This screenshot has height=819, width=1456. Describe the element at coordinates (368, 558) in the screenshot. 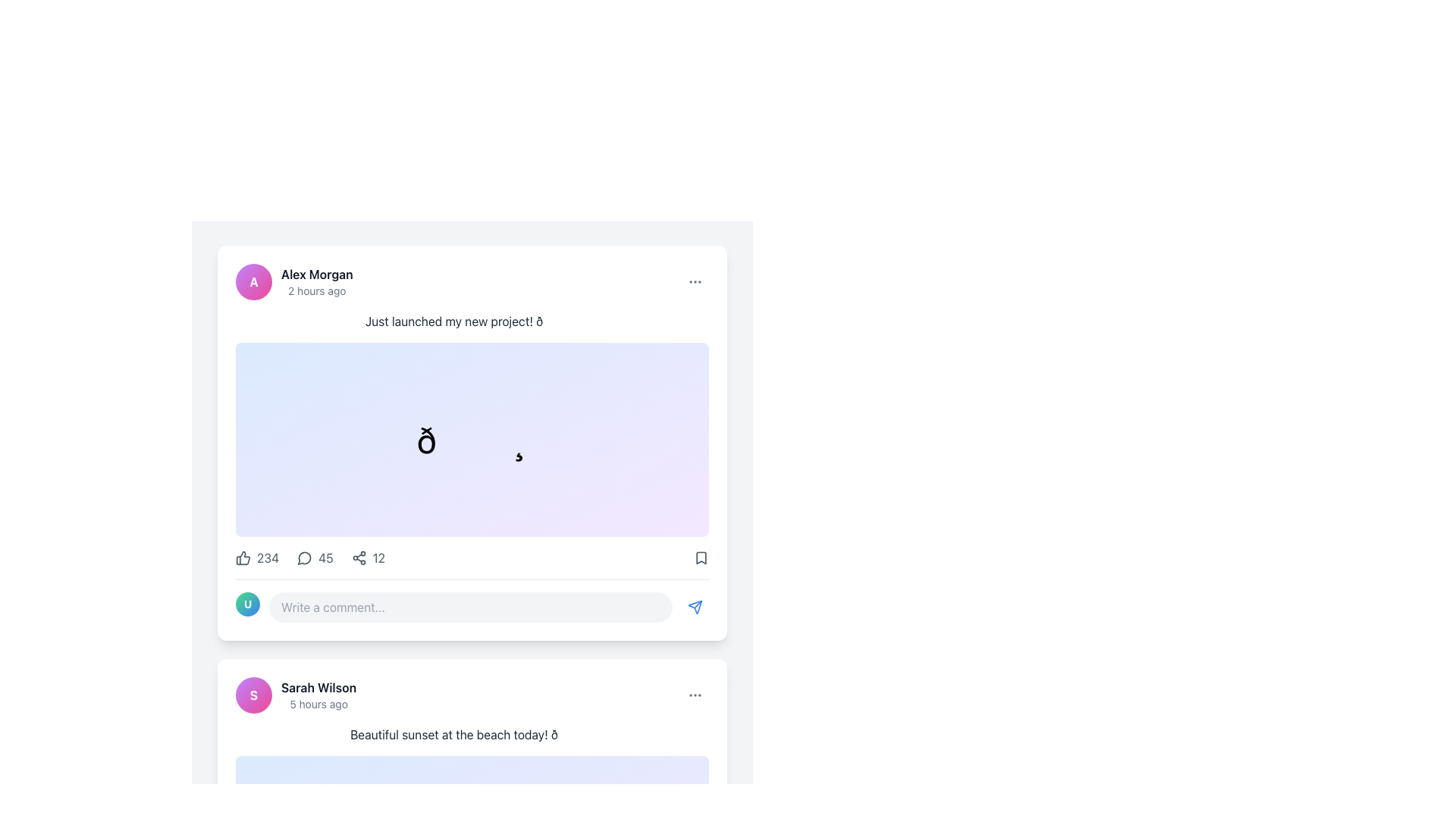

I see `the sharing icon with the text '12'` at that location.